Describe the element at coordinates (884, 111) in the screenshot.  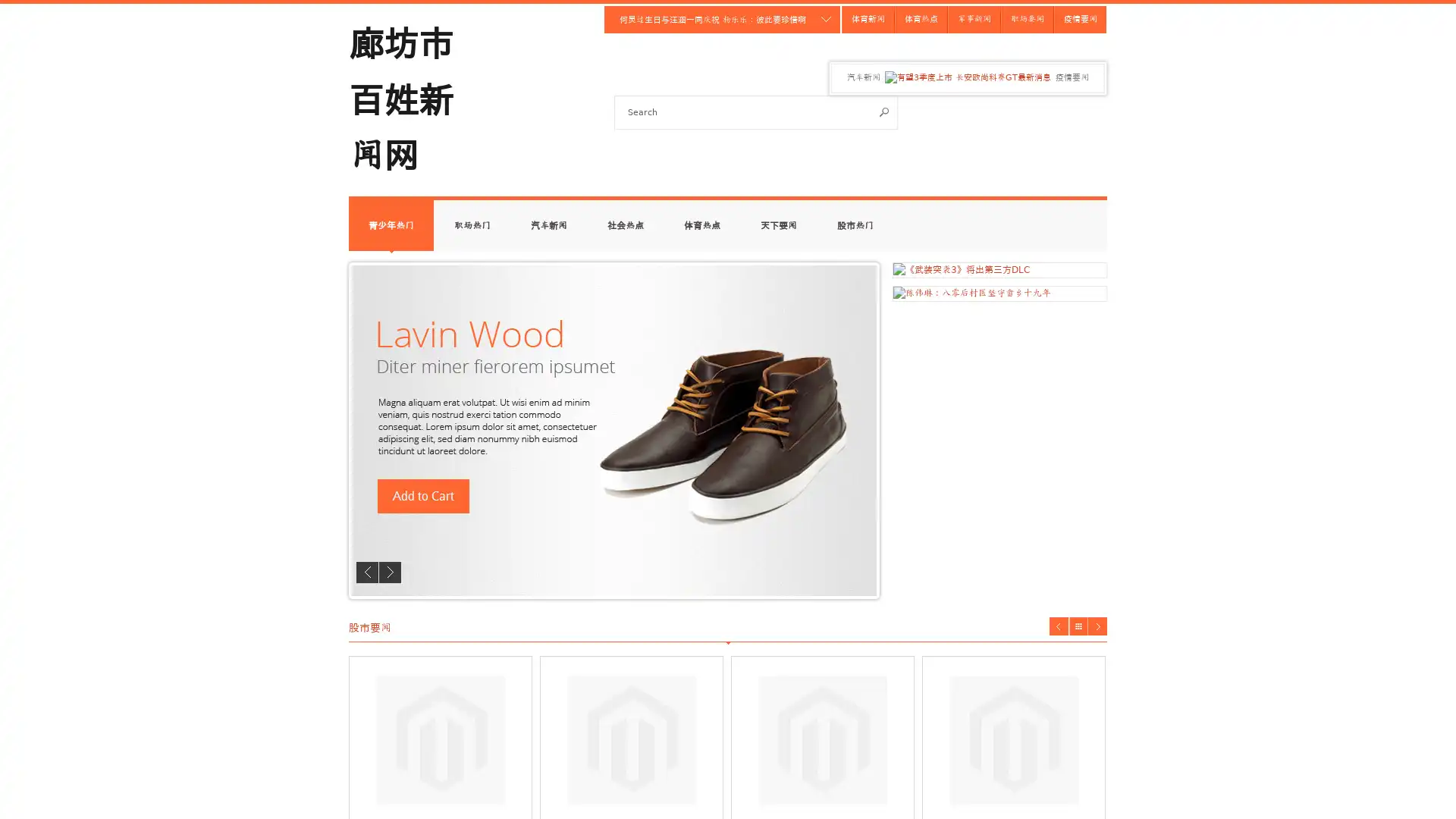
I see `Search` at that location.